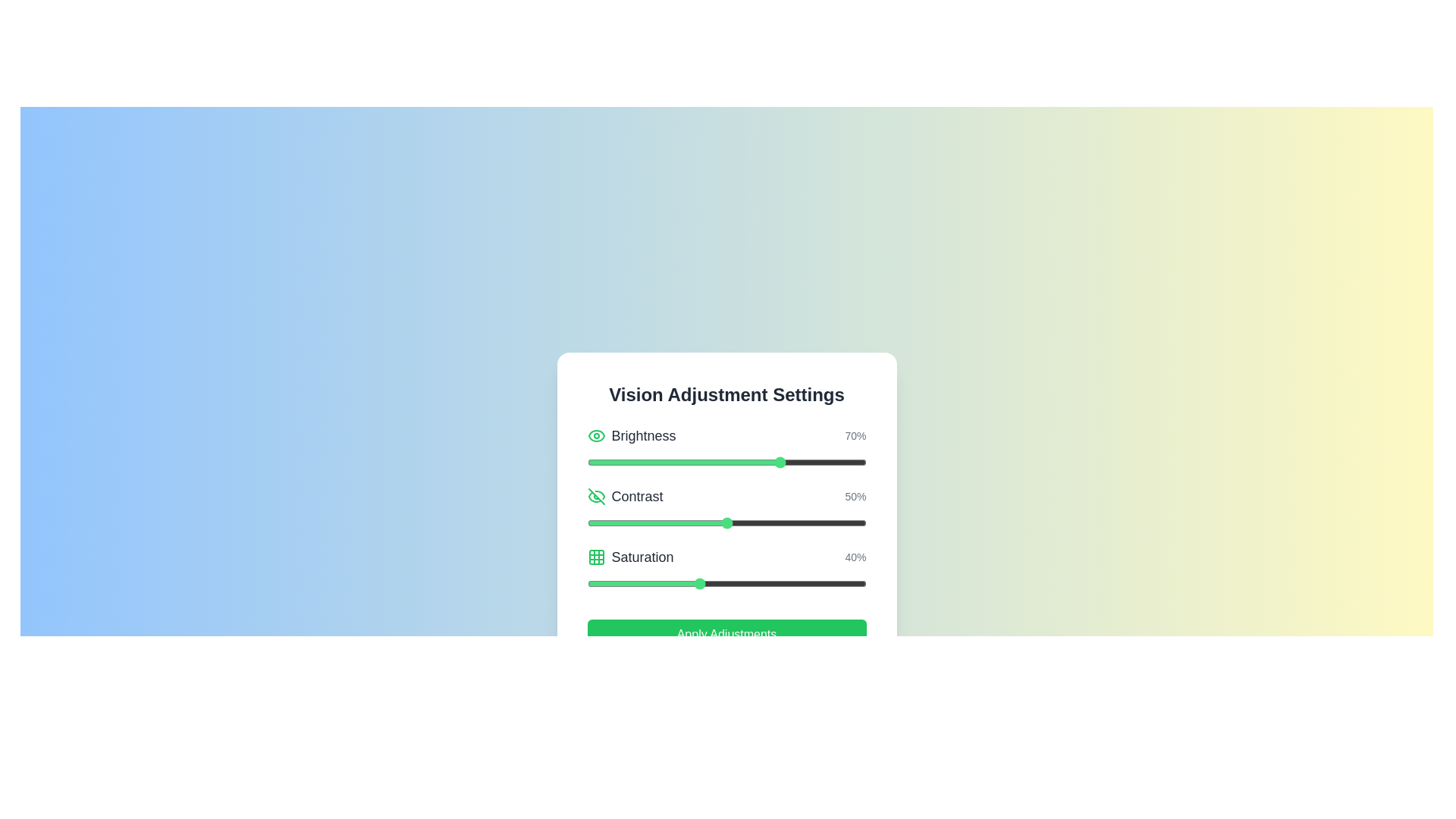  What do you see at coordinates (752, 583) in the screenshot?
I see `the saturation slider to set the saturation level to 59%` at bounding box center [752, 583].